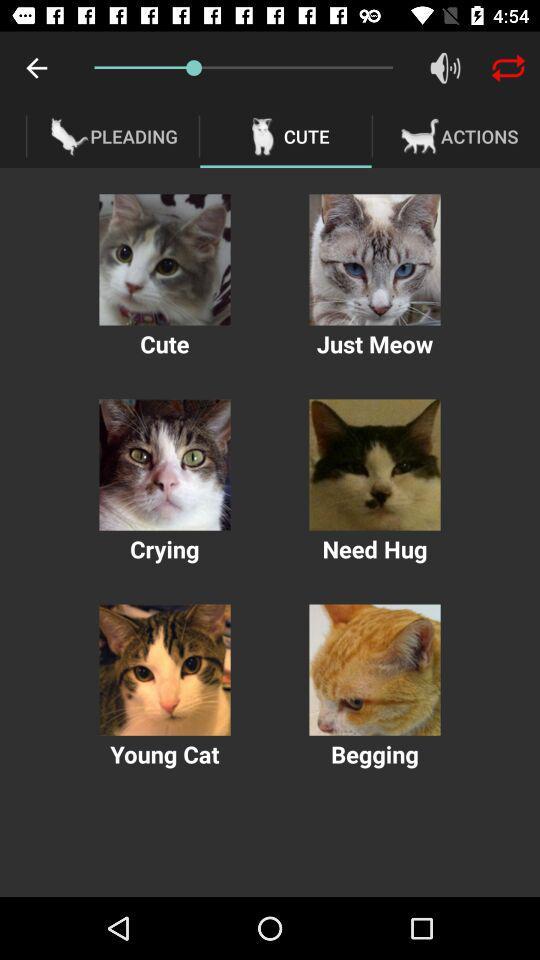 The height and width of the screenshot is (960, 540). What do you see at coordinates (374, 465) in the screenshot?
I see `asks for a virtual hug` at bounding box center [374, 465].